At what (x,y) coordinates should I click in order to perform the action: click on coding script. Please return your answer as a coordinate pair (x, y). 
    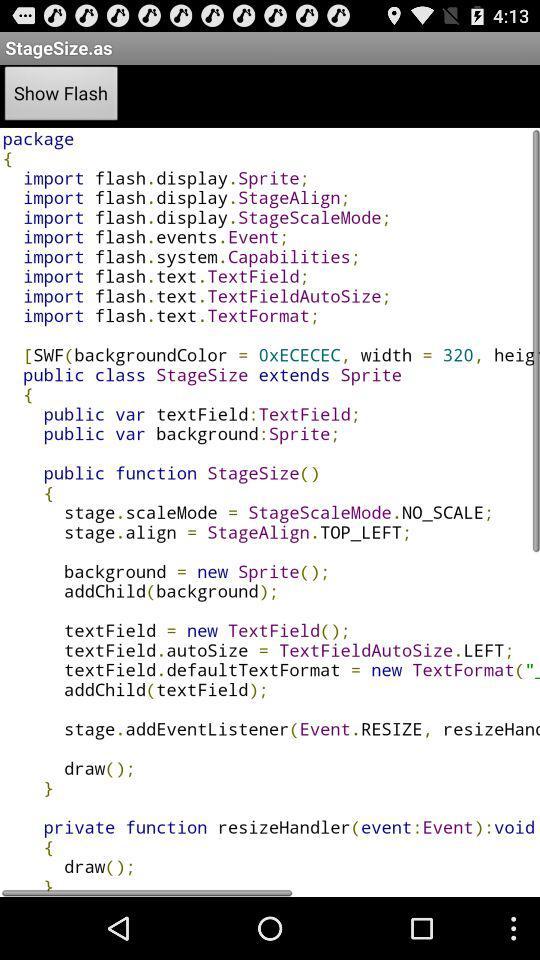
    Looking at the image, I should click on (270, 511).